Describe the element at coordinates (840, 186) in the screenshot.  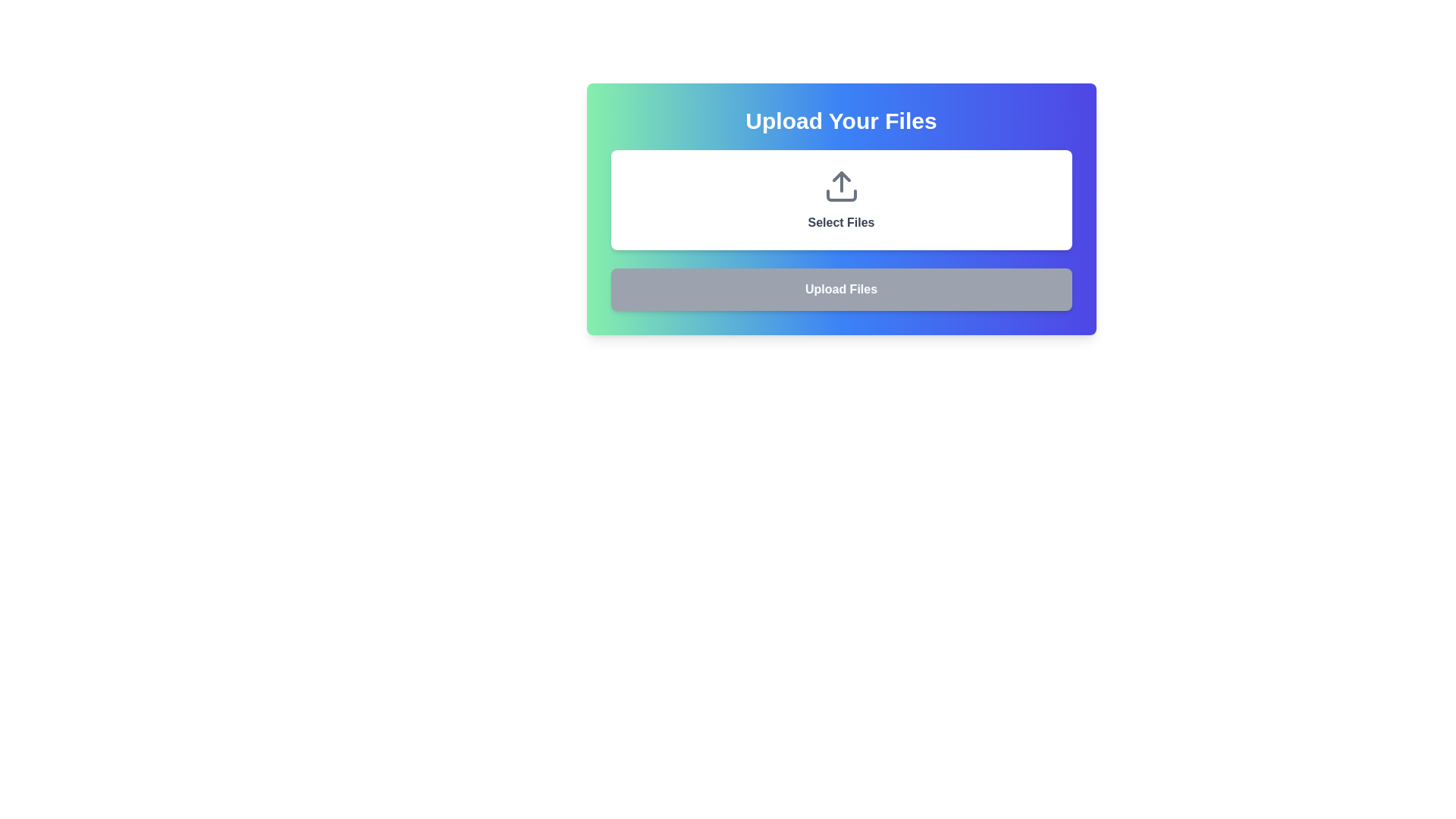
I see `the file upload icon located in the upper section of the white box inside the card titled 'Upload Your Files'` at that location.